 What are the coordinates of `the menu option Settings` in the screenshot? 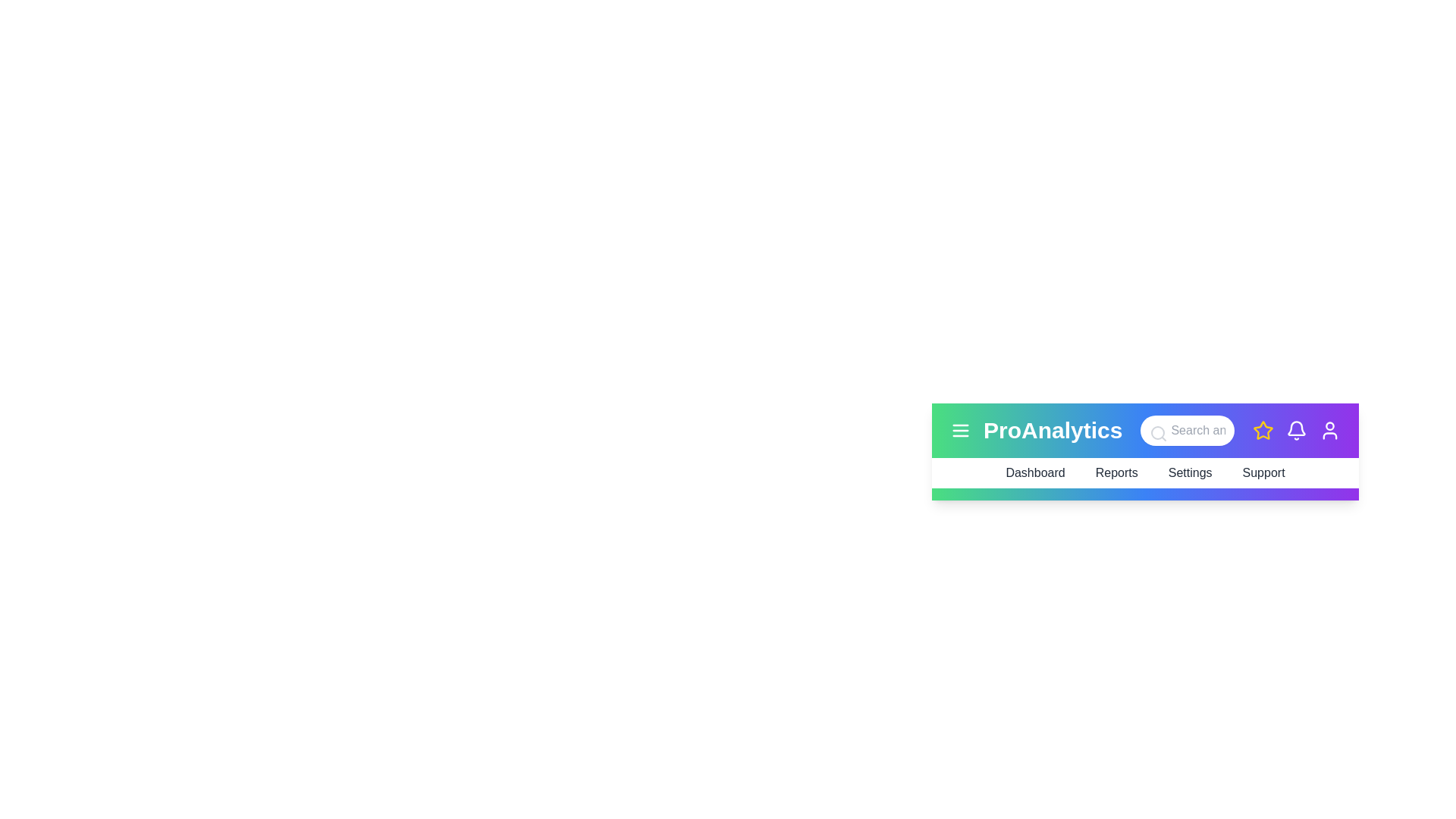 It's located at (1189, 472).